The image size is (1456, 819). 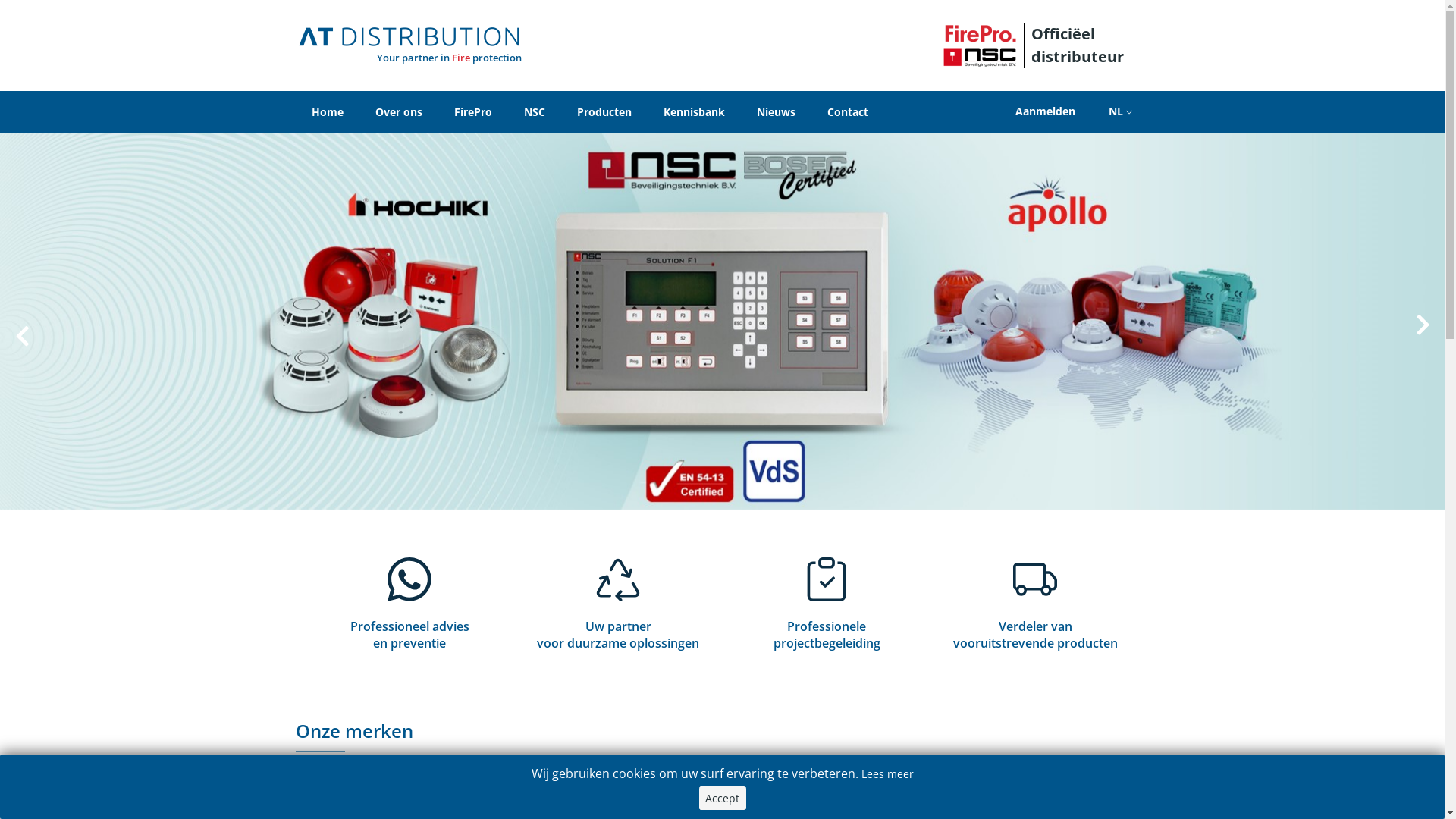 What do you see at coordinates (722, 797) in the screenshot?
I see `'Accept'` at bounding box center [722, 797].